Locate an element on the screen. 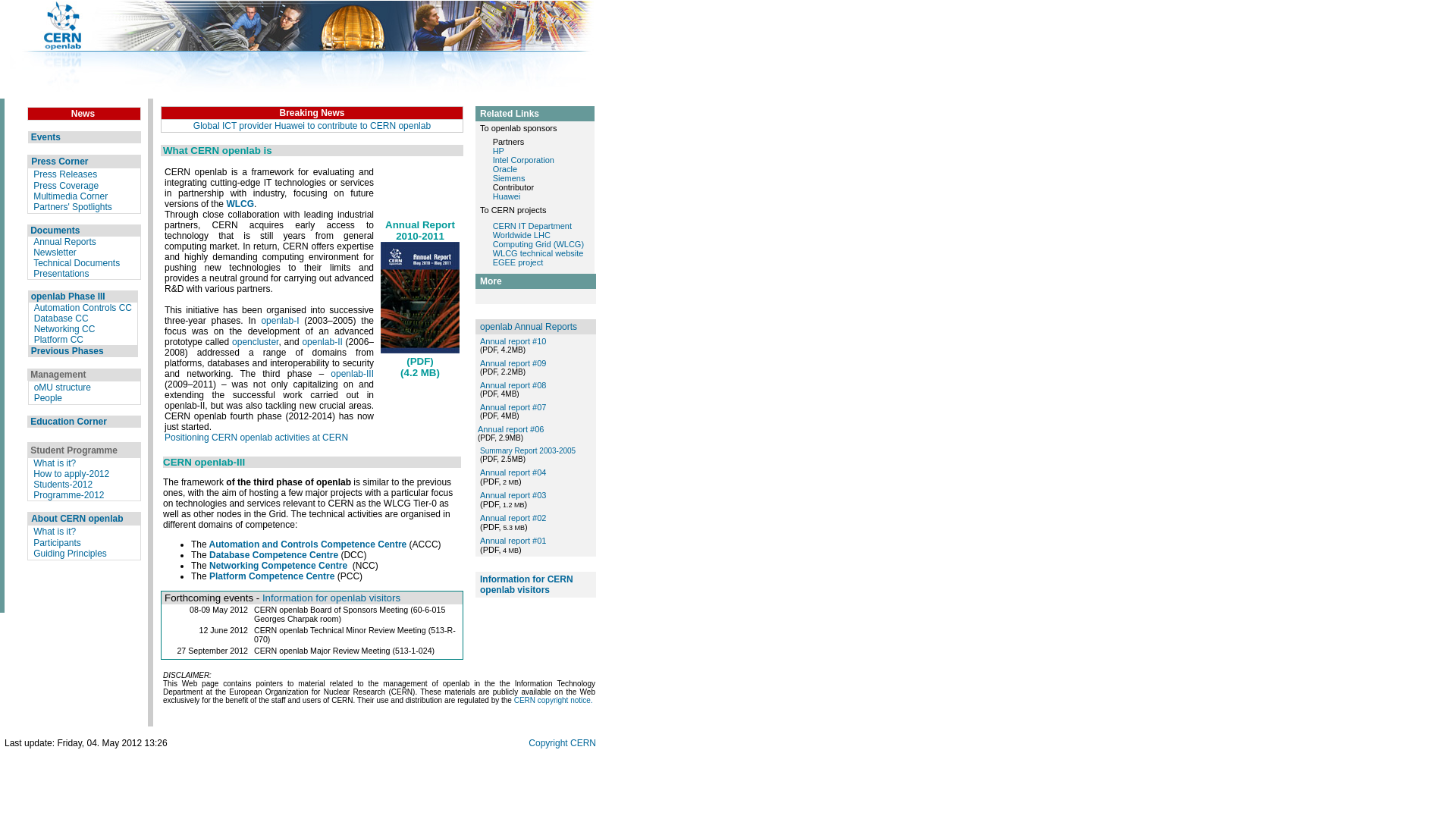 Image resolution: width=1456 pixels, height=819 pixels. 'opencluster' is located at coordinates (255, 342).